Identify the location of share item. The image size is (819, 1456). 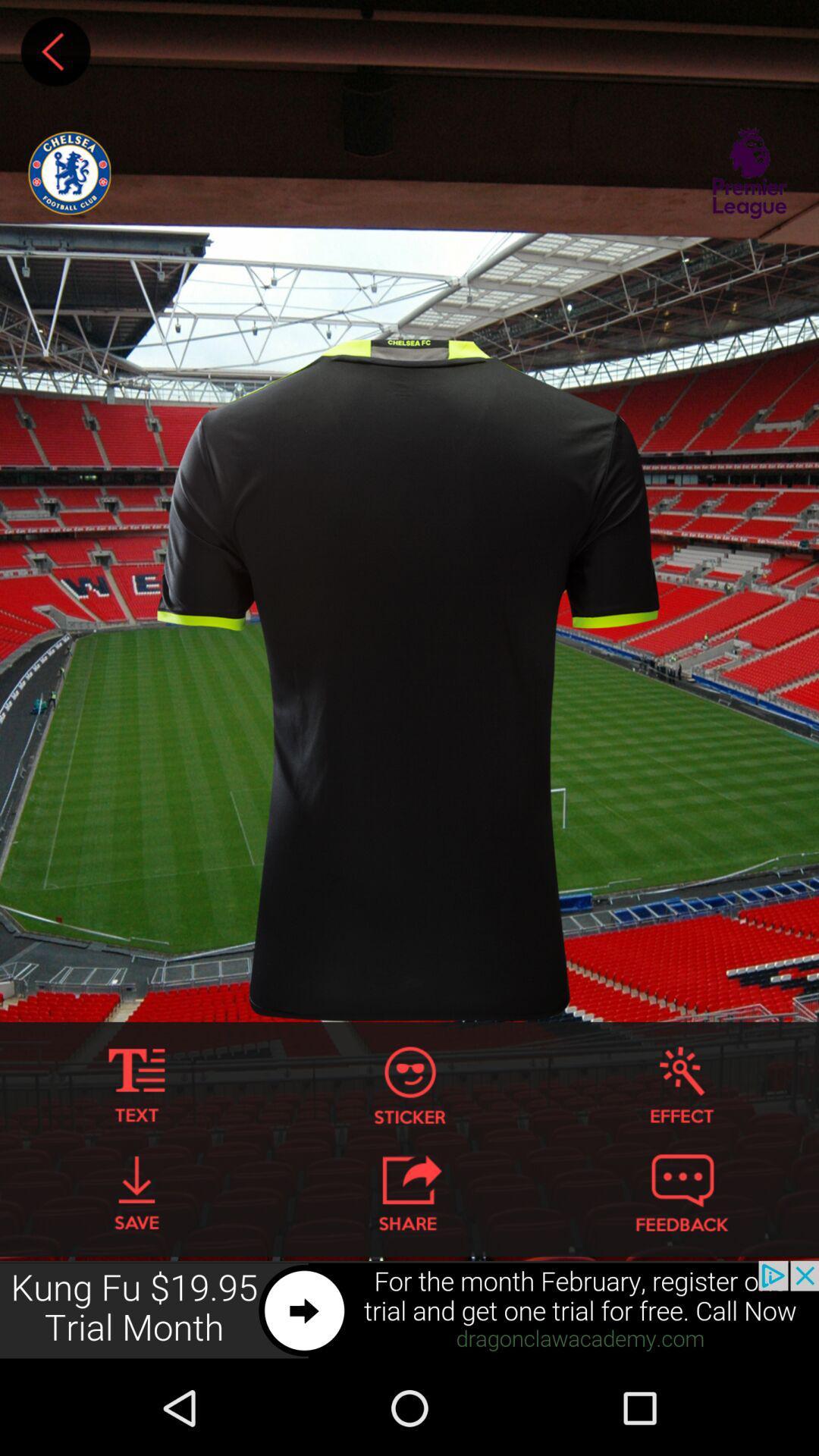
(409, 1192).